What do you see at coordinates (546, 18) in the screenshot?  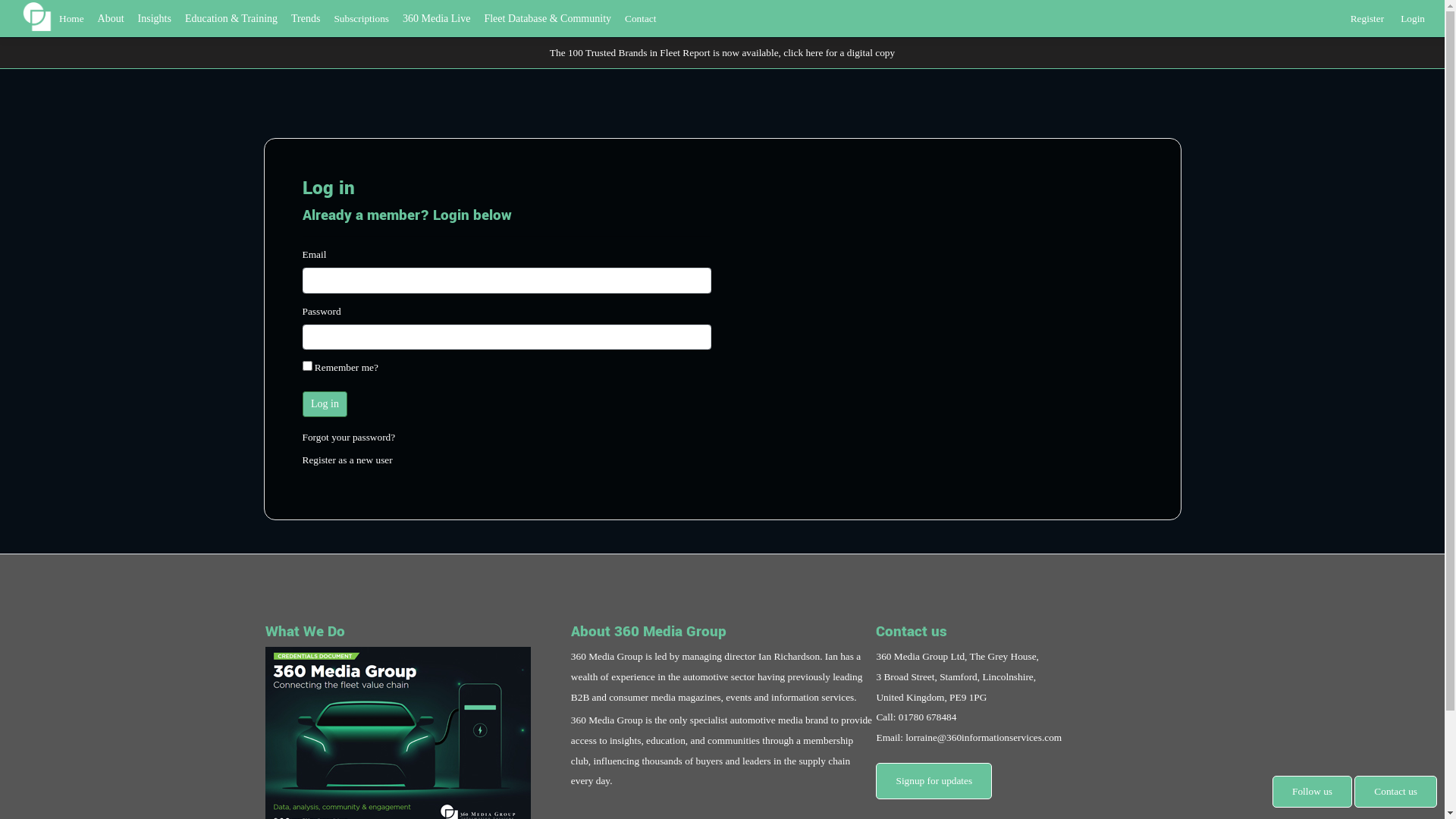 I see `'Fleet Database & Community'` at bounding box center [546, 18].